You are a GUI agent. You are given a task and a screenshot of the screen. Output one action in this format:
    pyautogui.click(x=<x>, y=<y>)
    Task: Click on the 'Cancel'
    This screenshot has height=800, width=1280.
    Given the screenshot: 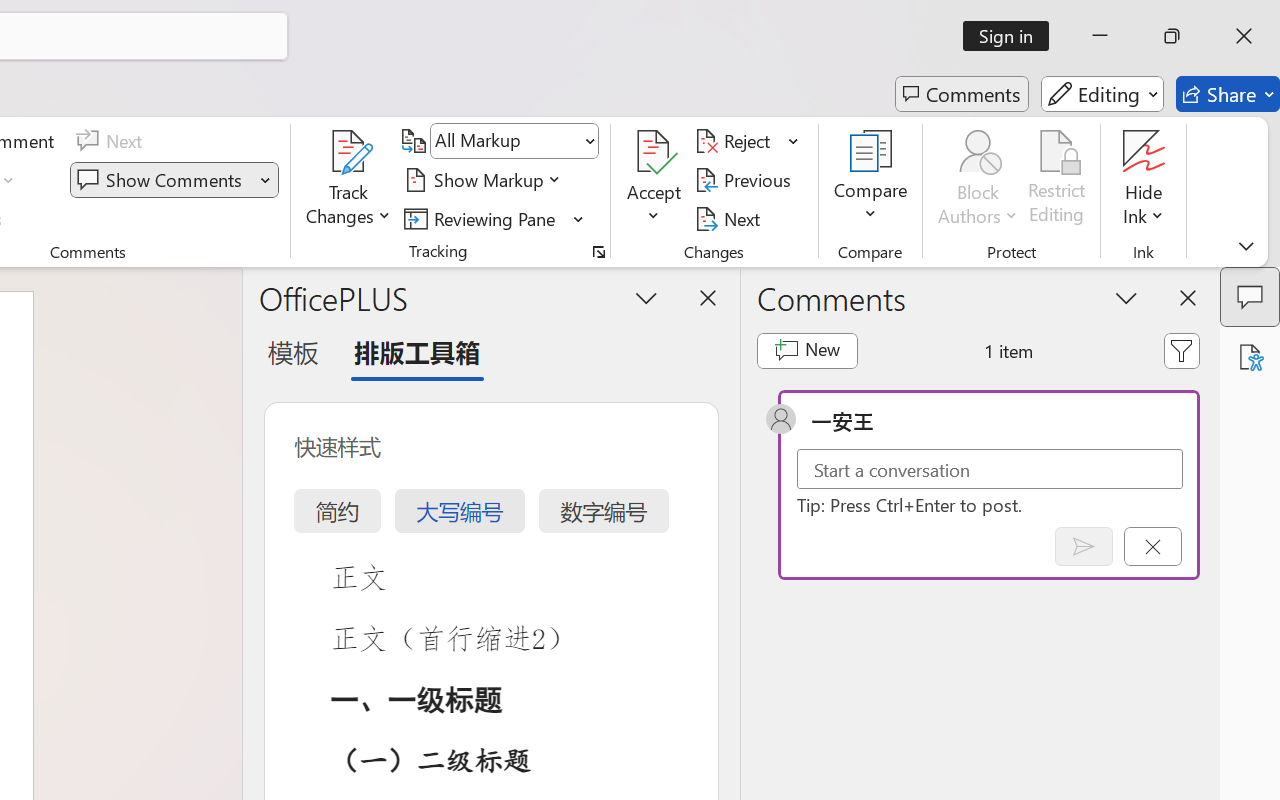 What is the action you would take?
    pyautogui.click(x=1152, y=546)
    